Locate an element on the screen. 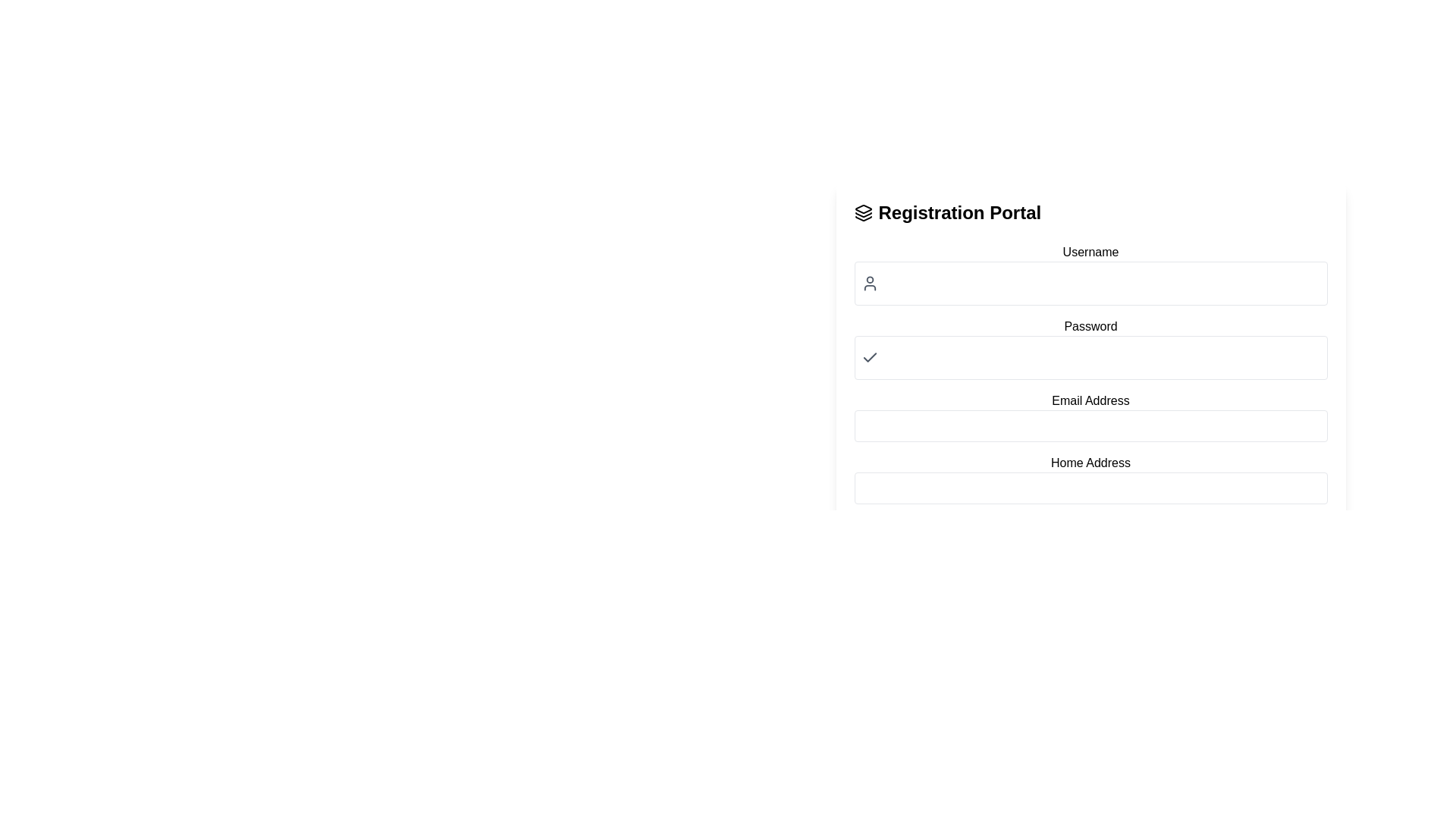  the bottommost layer of the SVG icon representing a stack or layers, located near the 'Registration Portal' text is located at coordinates (863, 218).